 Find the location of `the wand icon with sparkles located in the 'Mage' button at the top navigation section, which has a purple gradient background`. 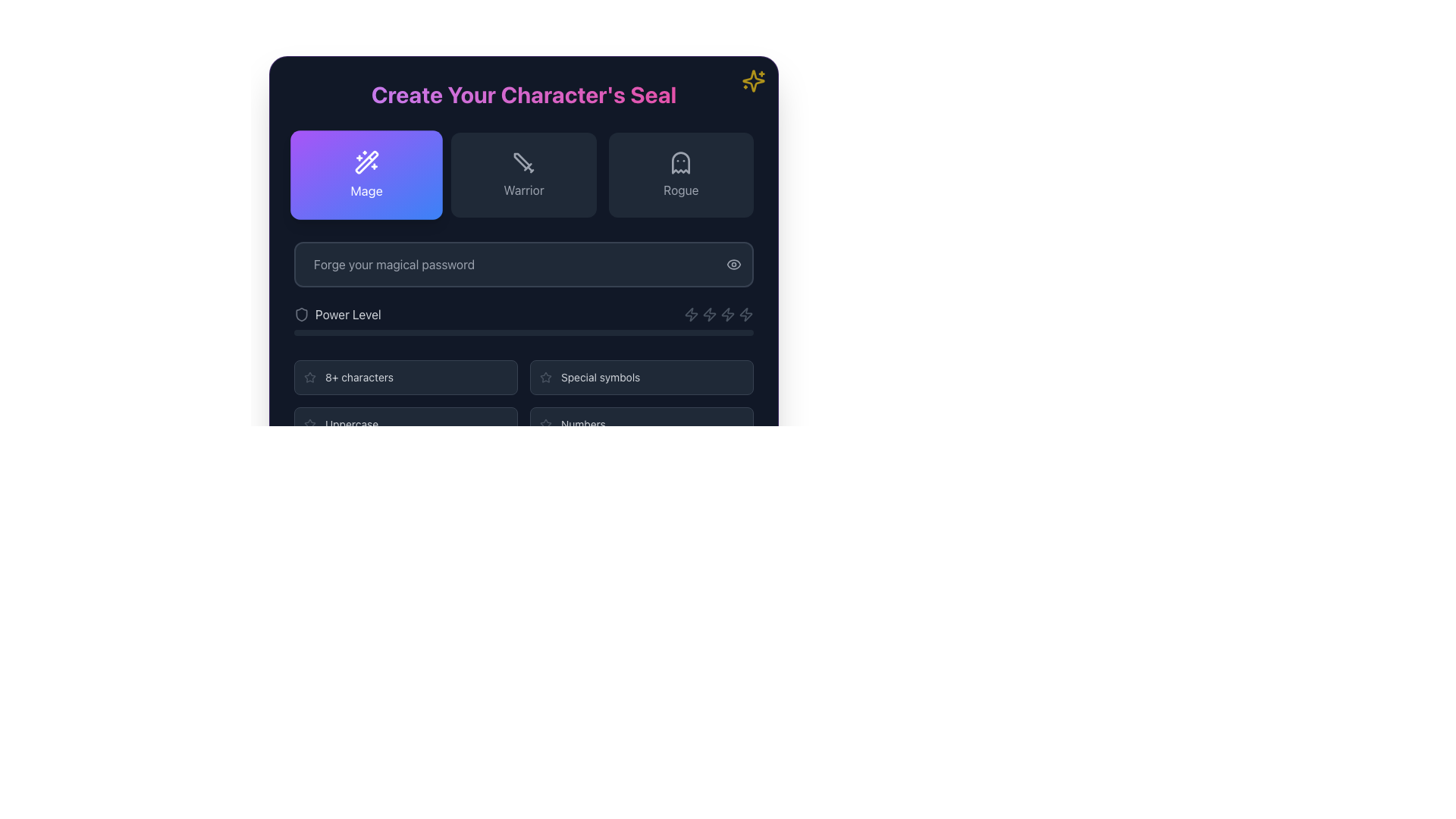

the wand icon with sparkles located in the 'Mage' button at the top navigation section, which has a purple gradient background is located at coordinates (366, 162).